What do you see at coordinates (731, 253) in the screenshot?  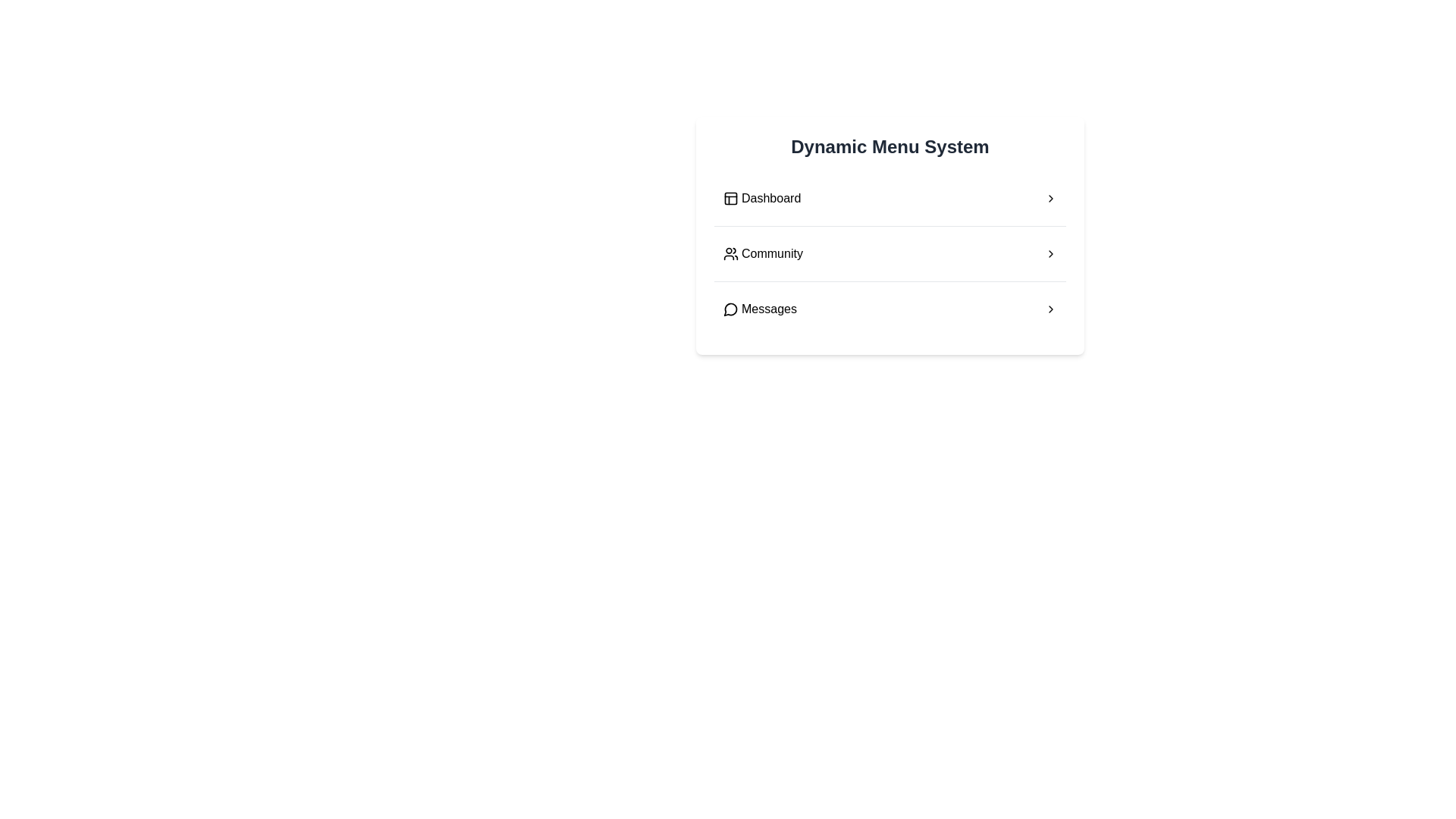 I see `the 'Community' icon element to interact with the associated menu item` at bounding box center [731, 253].